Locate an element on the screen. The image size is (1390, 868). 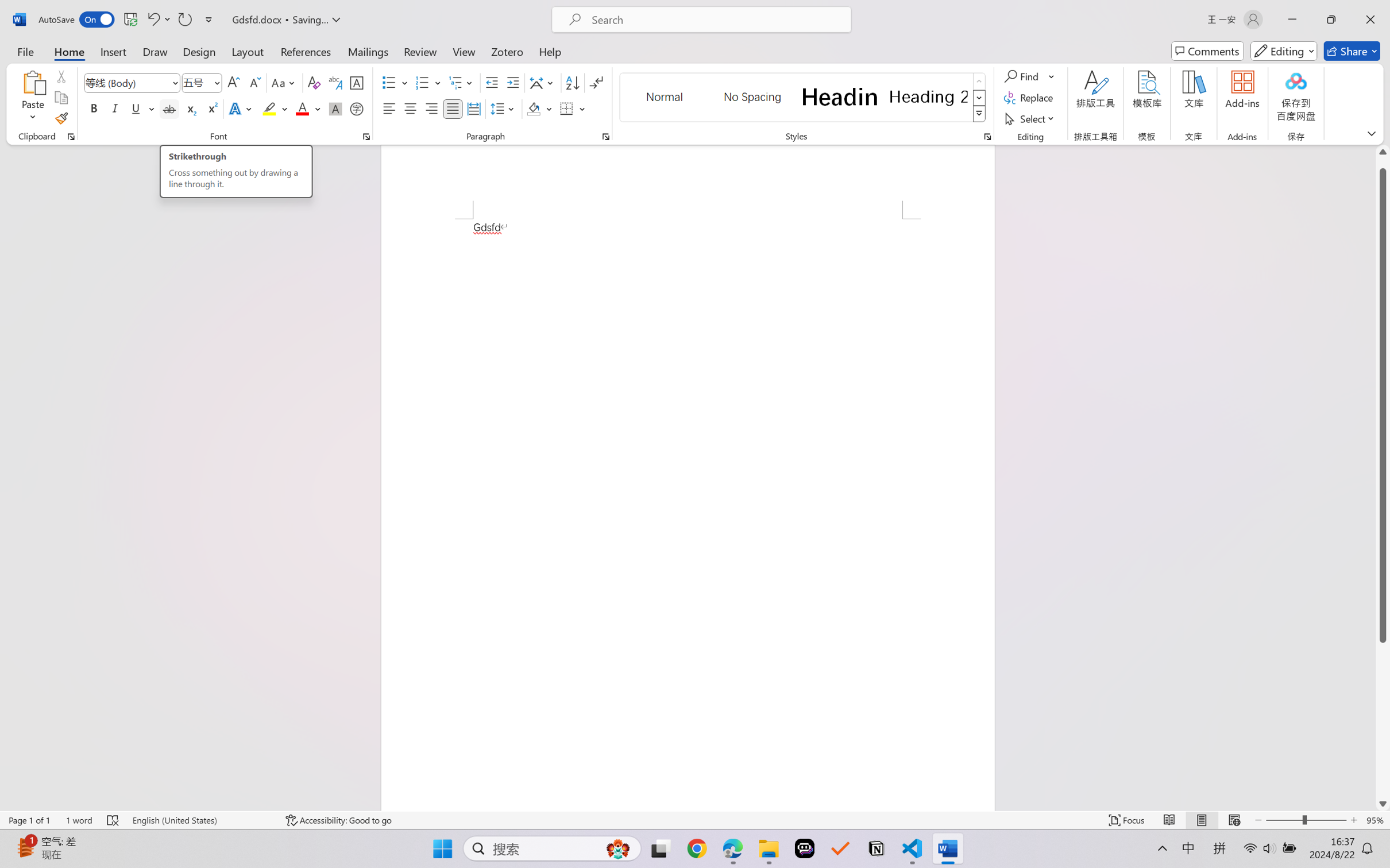
'Spelling and Grammar Check Errors' is located at coordinates (113, 820).